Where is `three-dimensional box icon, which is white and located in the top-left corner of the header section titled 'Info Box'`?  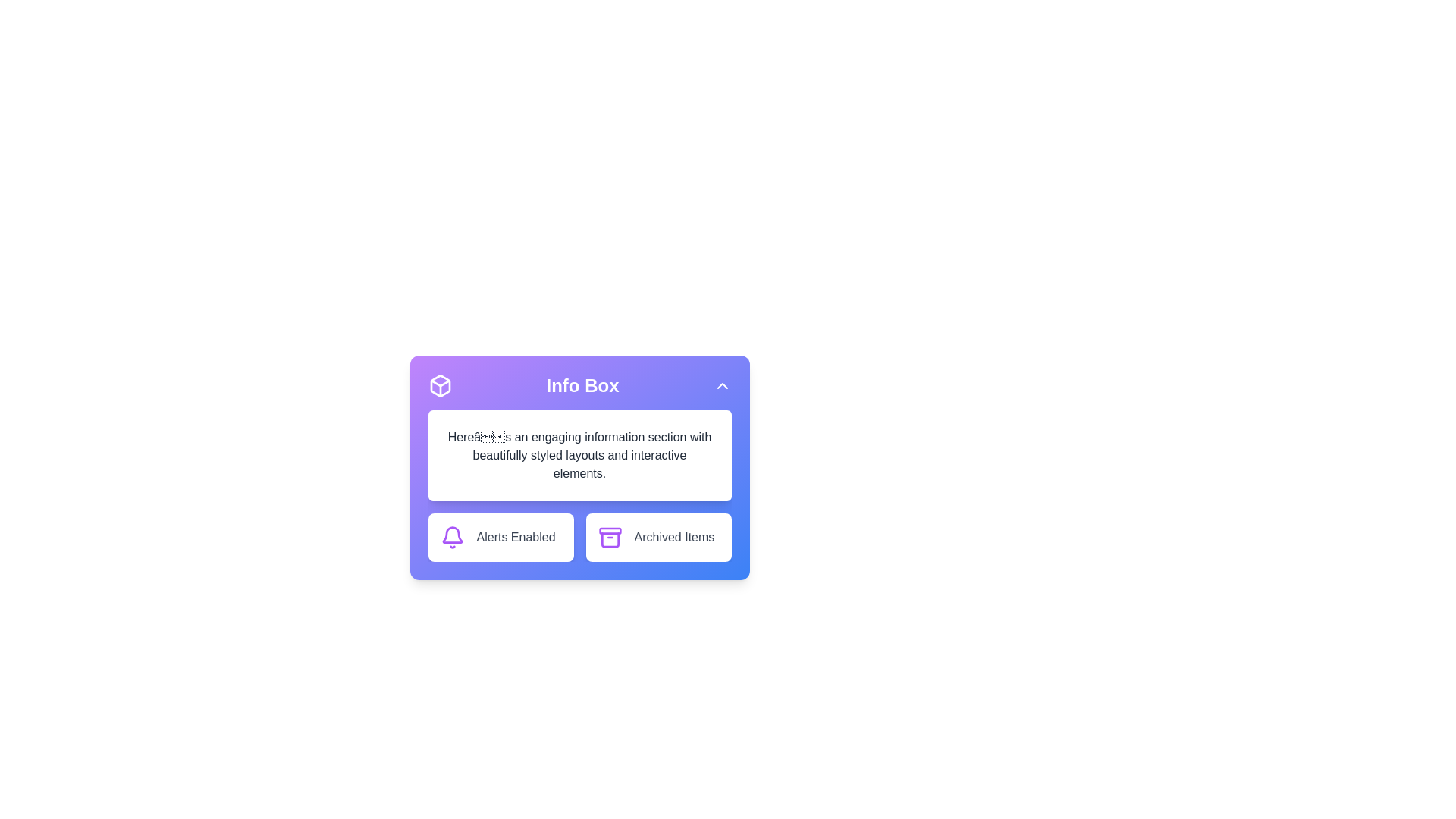
three-dimensional box icon, which is white and located in the top-left corner of the header section titled 'Info Box' is located at coordinates (439, 385).